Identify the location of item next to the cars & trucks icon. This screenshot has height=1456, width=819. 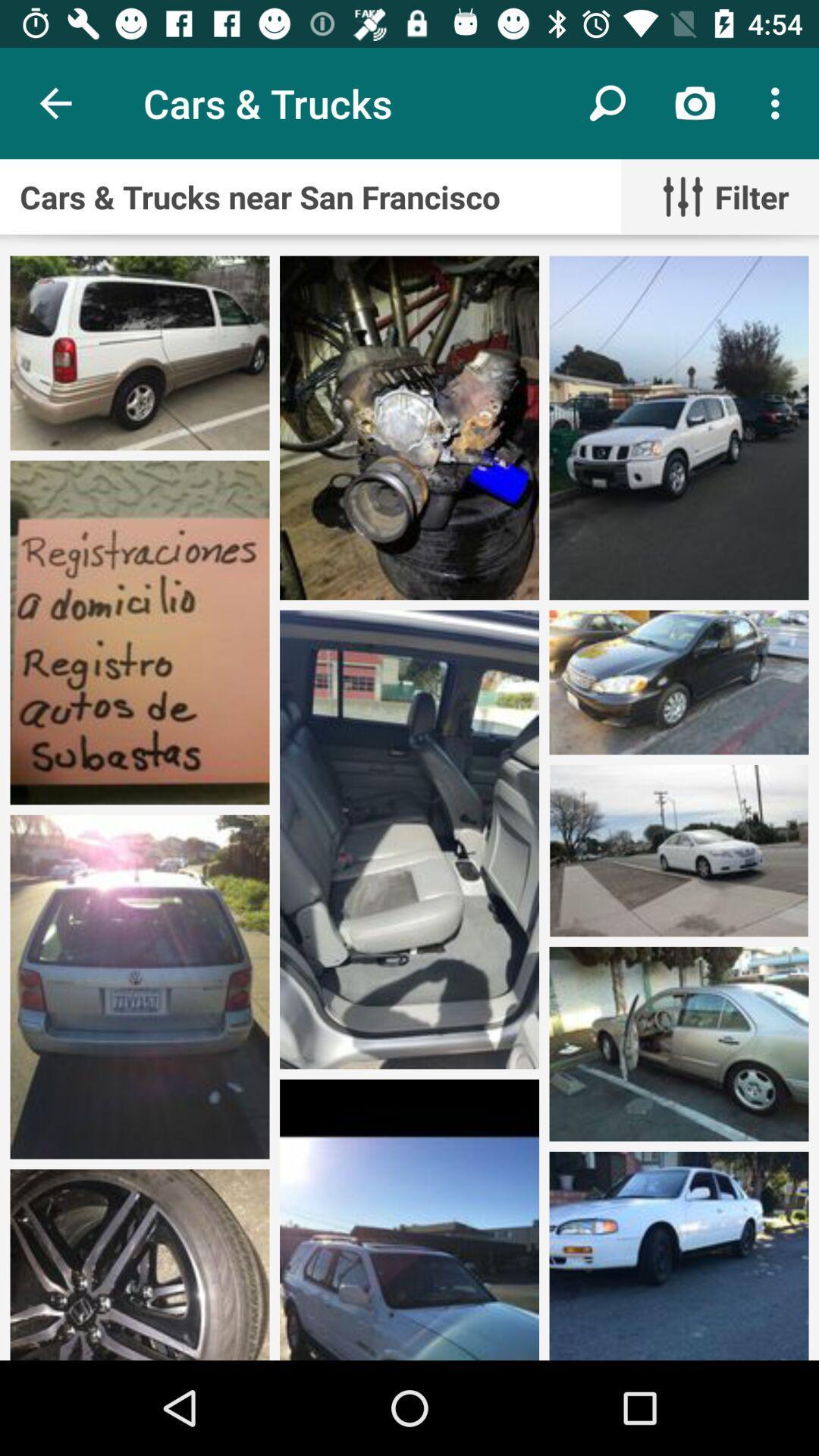
(55, 102).